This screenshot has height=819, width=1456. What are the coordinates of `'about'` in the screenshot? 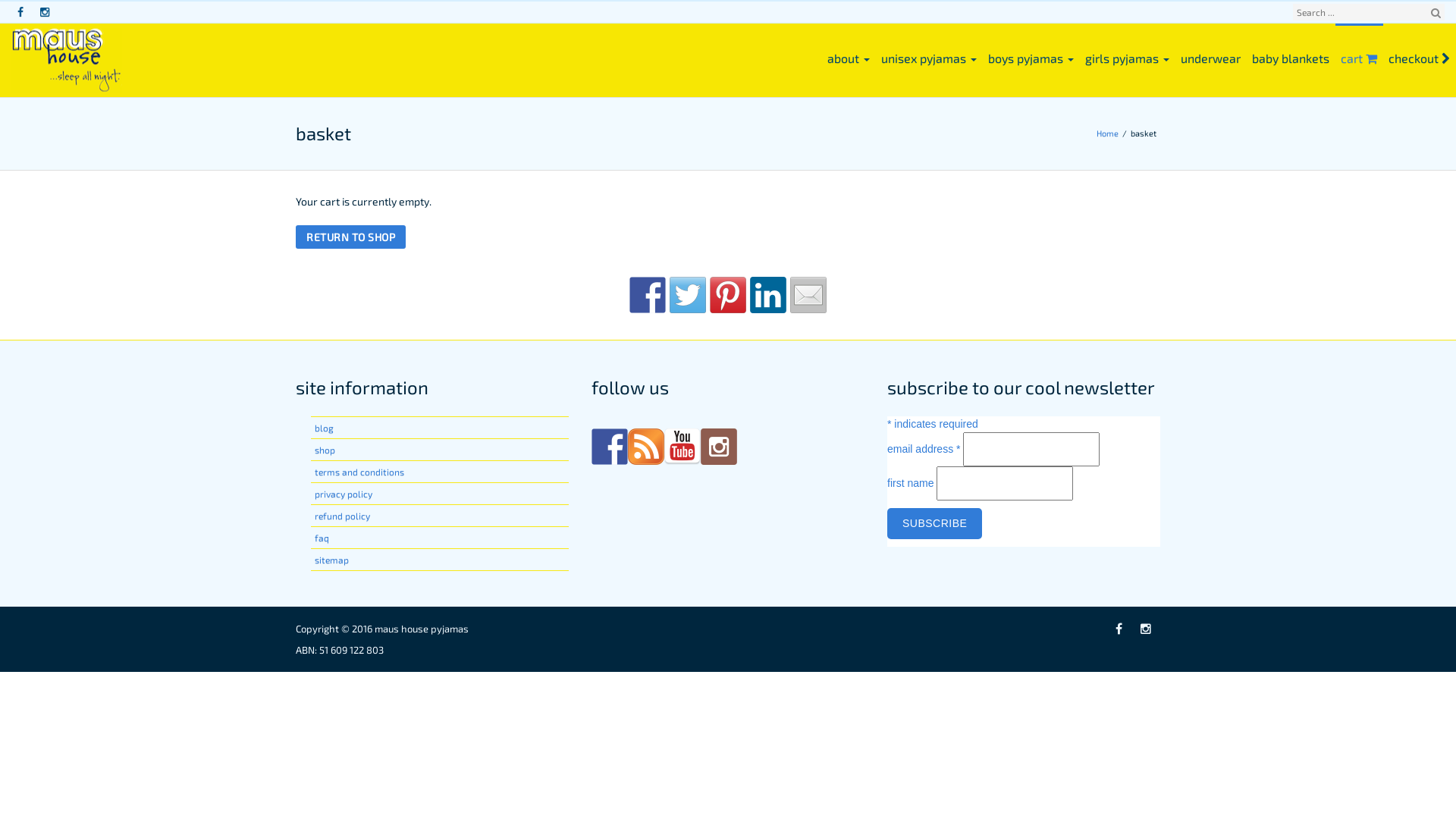 It's located at (848, 57).